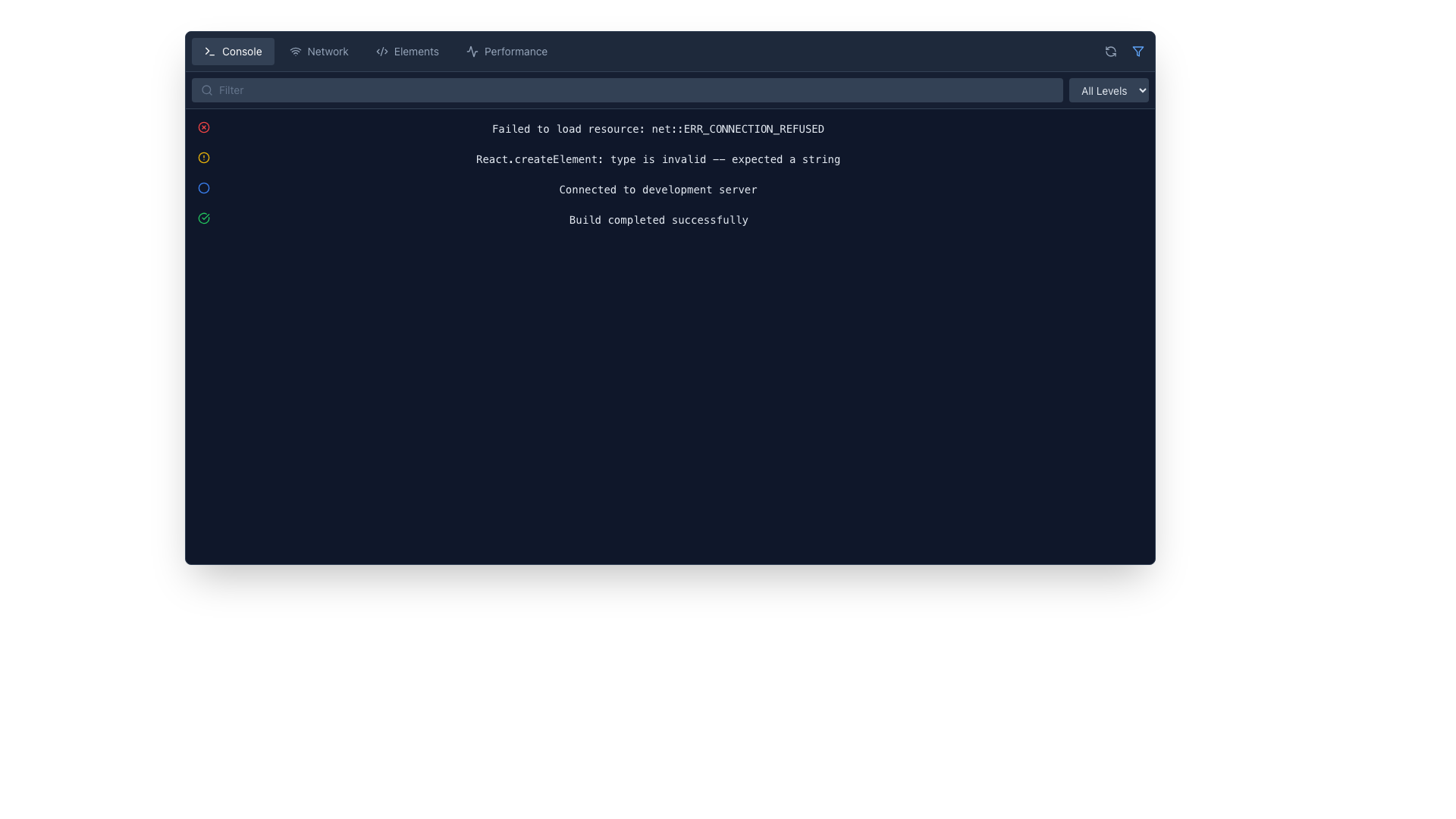 This screenshot has width=1456, height=819. I want to click on the text label in the header navigation that serves as a label for accessing network-related functionalities, located to the right of the Wi-Fi icon, so click(327, 51).